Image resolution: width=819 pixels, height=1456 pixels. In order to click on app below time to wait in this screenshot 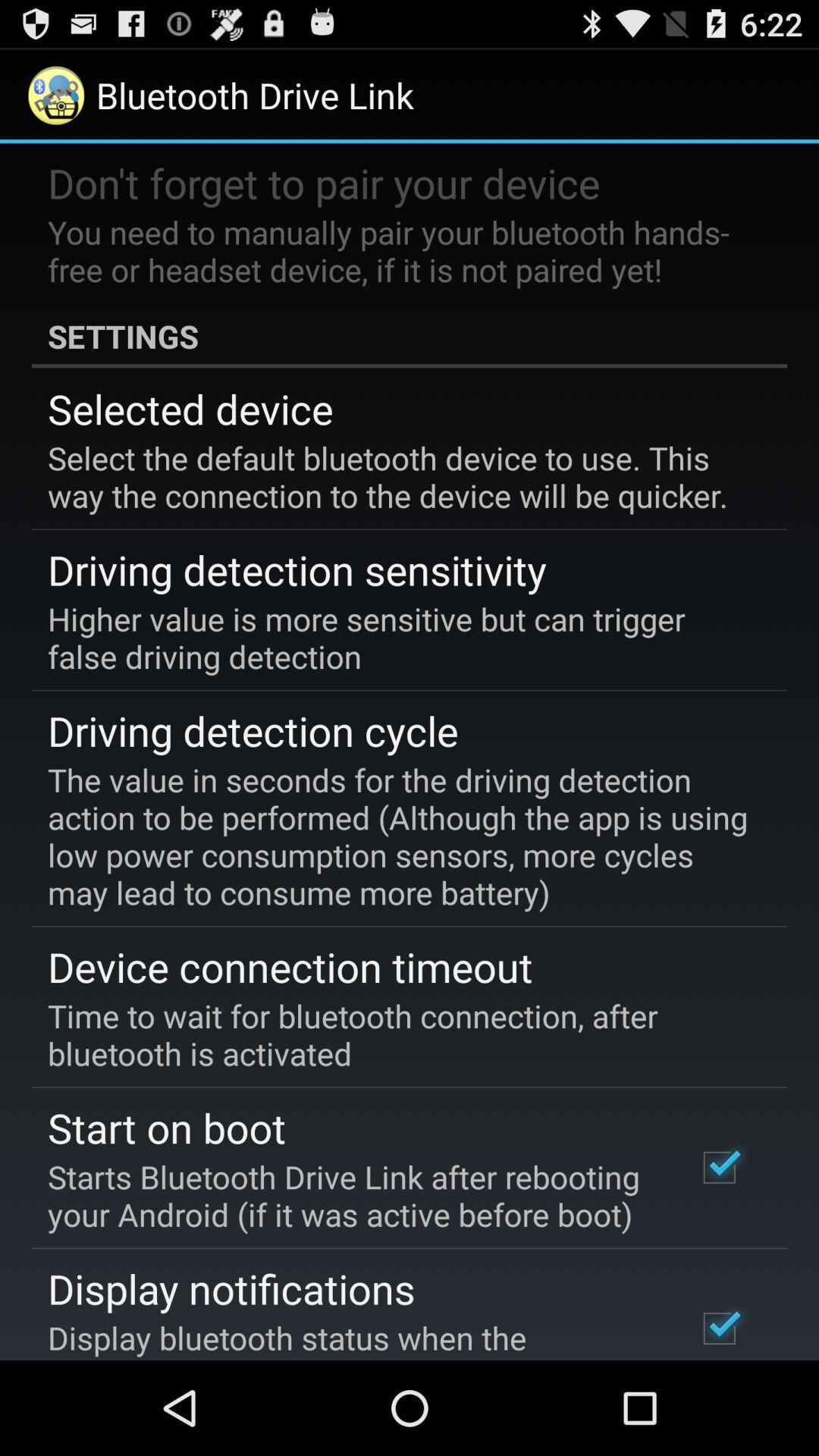, I will do `click(167, 1127)`.